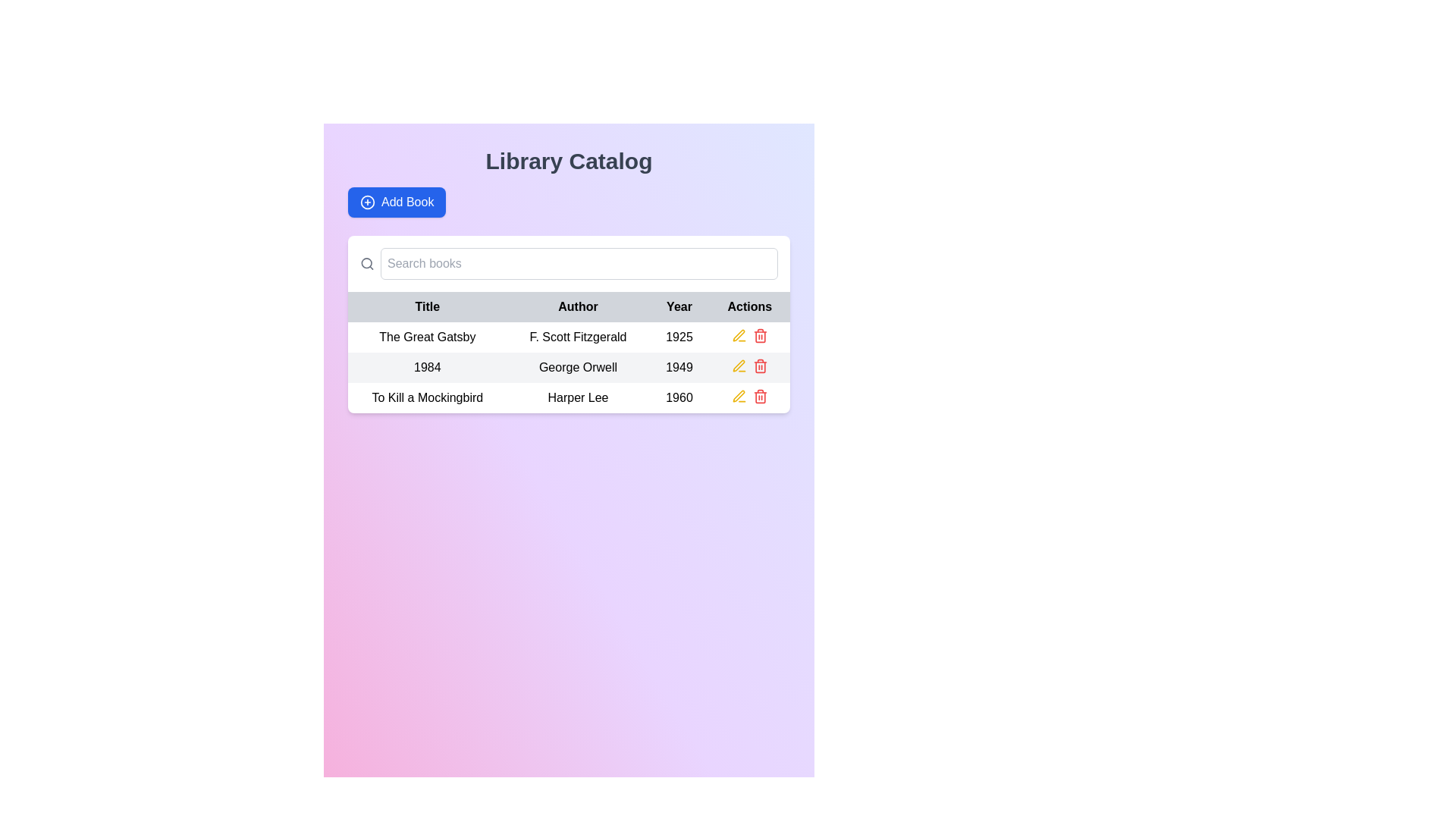 Image resolution: width=1456 pixels, height=819 pixels. What do you see at coordinates (577, 336) in the screenshot?
I see `the label indicating the author of the book 'The Great Gatsby', located in the second column of the first row` at bounding box center [577, 336].